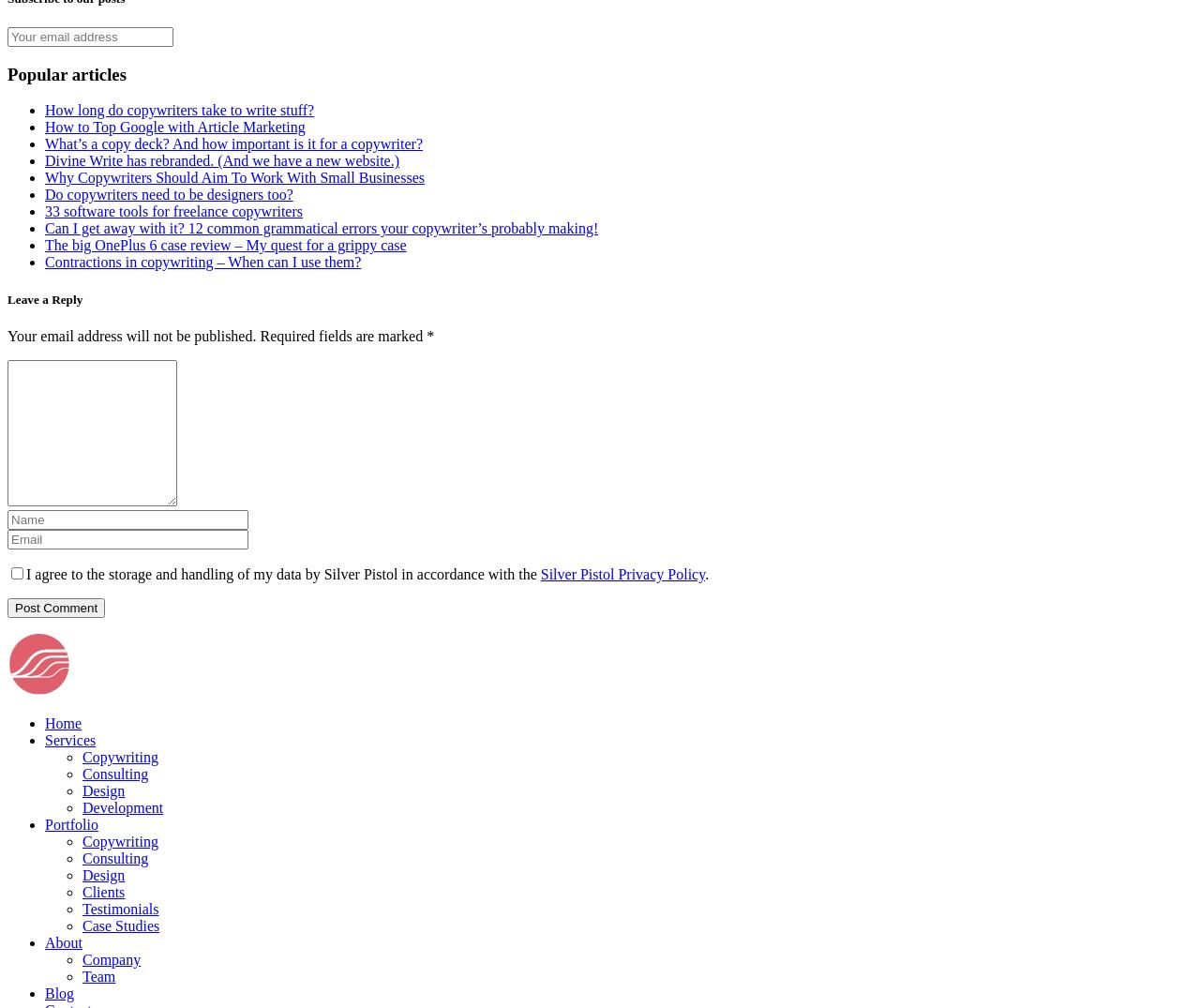 The image size is (1200, 1008). What do you see at coordinates (45, 160) in the screenshot?
I see `'Divine Write has rebranded. (And we have a new website.)'` at bounding box center [45, 160].